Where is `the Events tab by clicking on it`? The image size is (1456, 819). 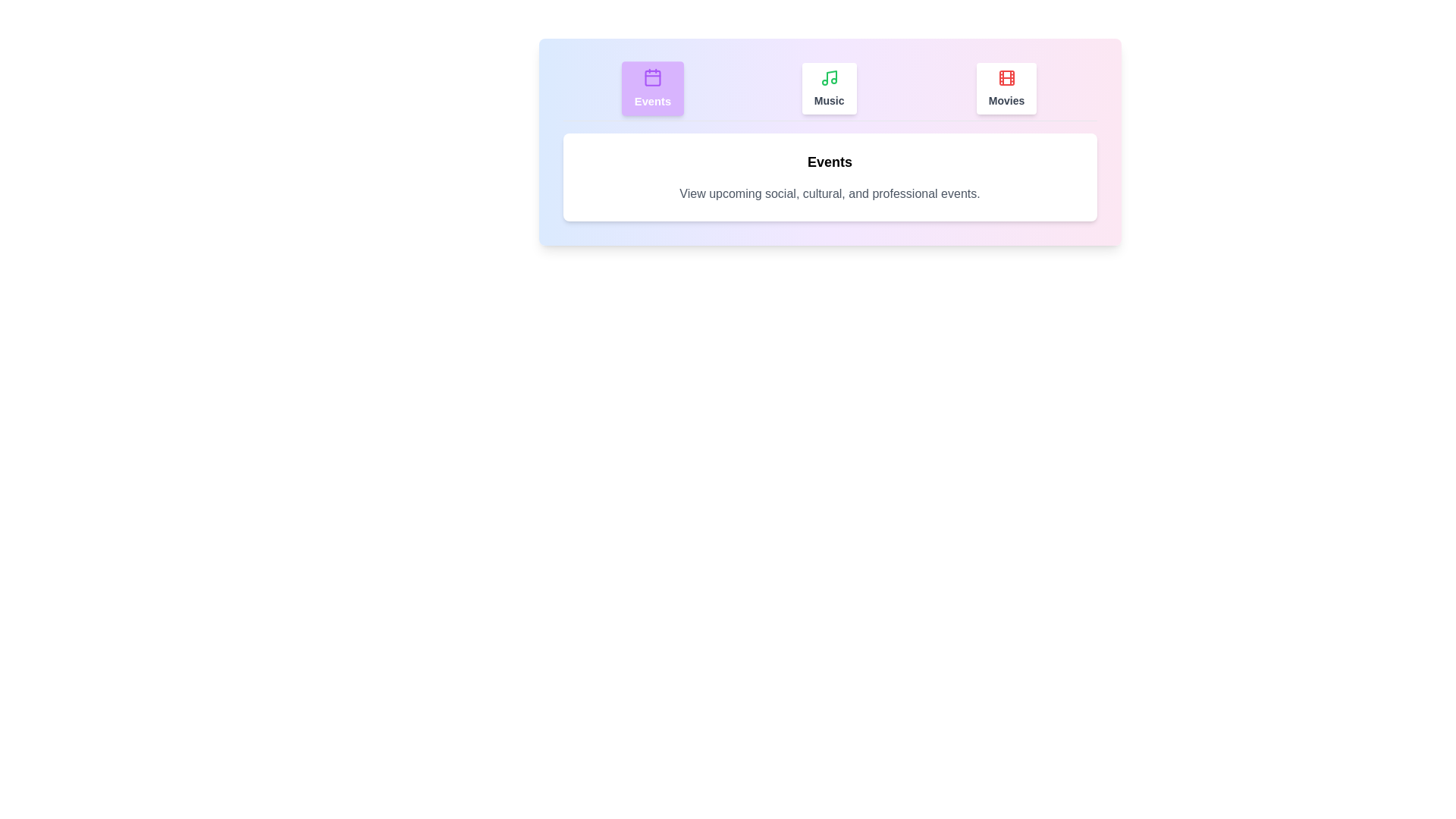 the Events tab by clicking on it is located at coordinates (652, 88).